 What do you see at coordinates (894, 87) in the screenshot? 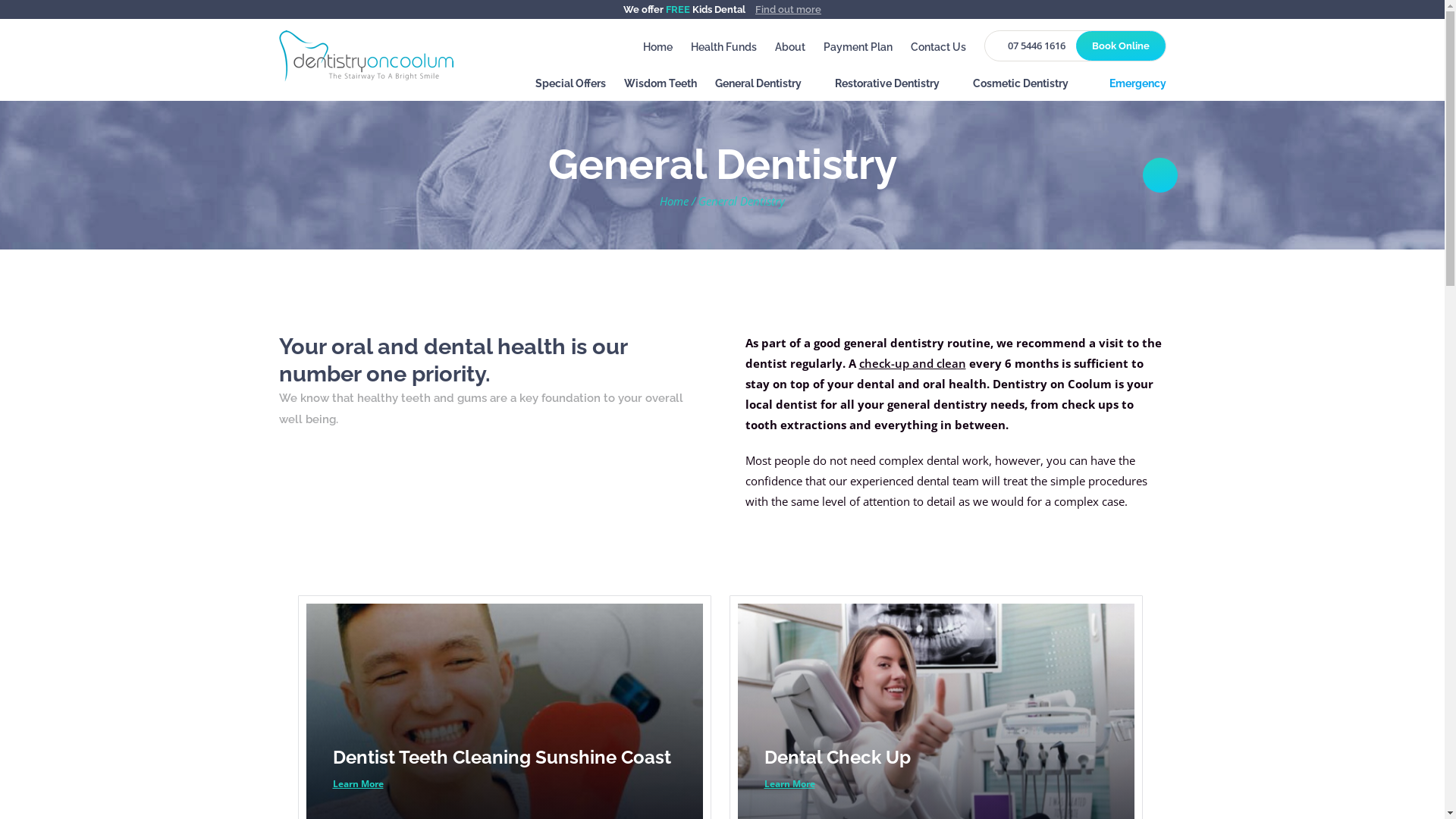
I see `'Restorative Dentistry'` at bounding box center [894, 87].